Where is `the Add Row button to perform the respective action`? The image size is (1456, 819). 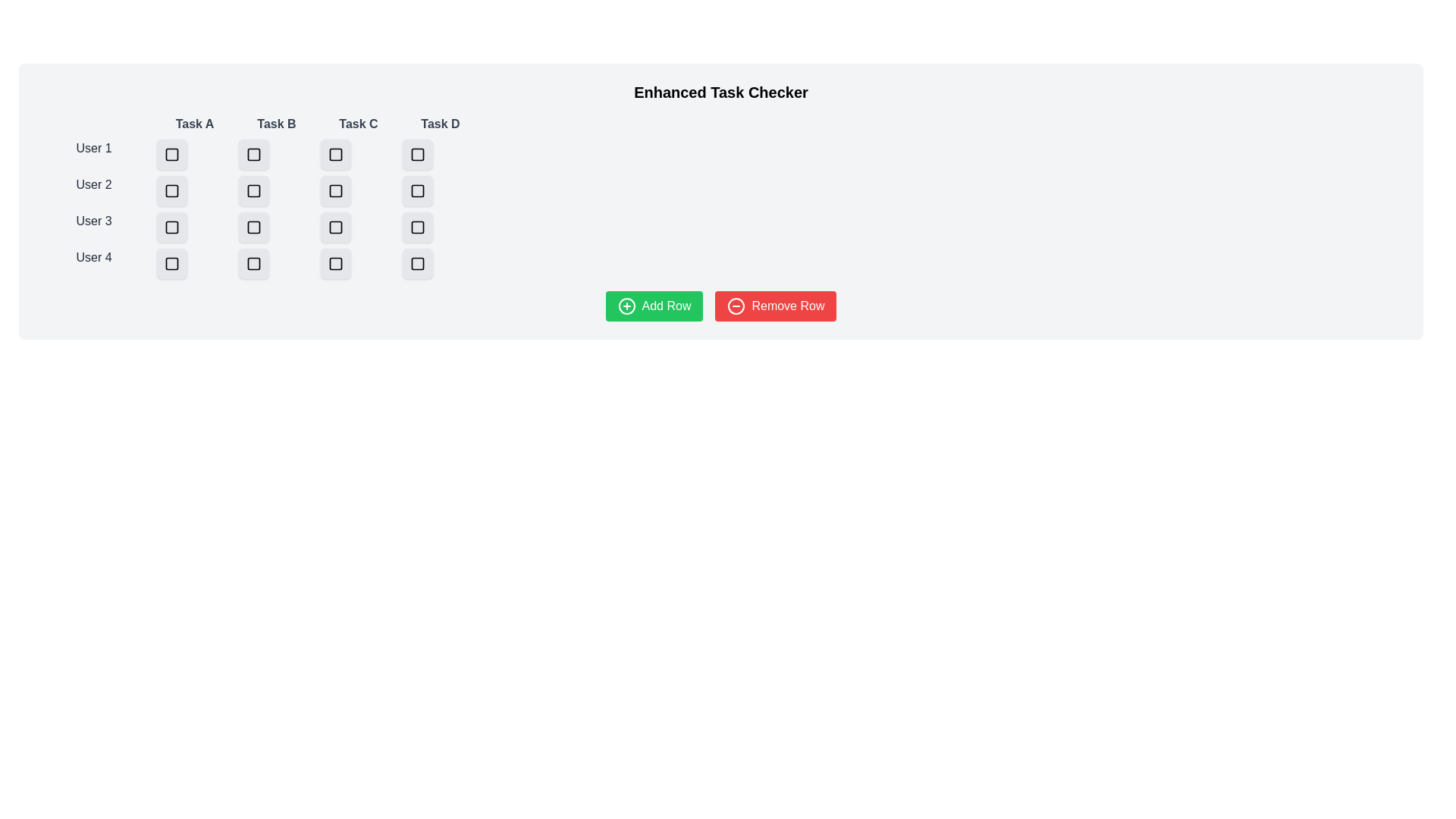
the Add Row button to perform the respective action is located at coordinates (654, 306).